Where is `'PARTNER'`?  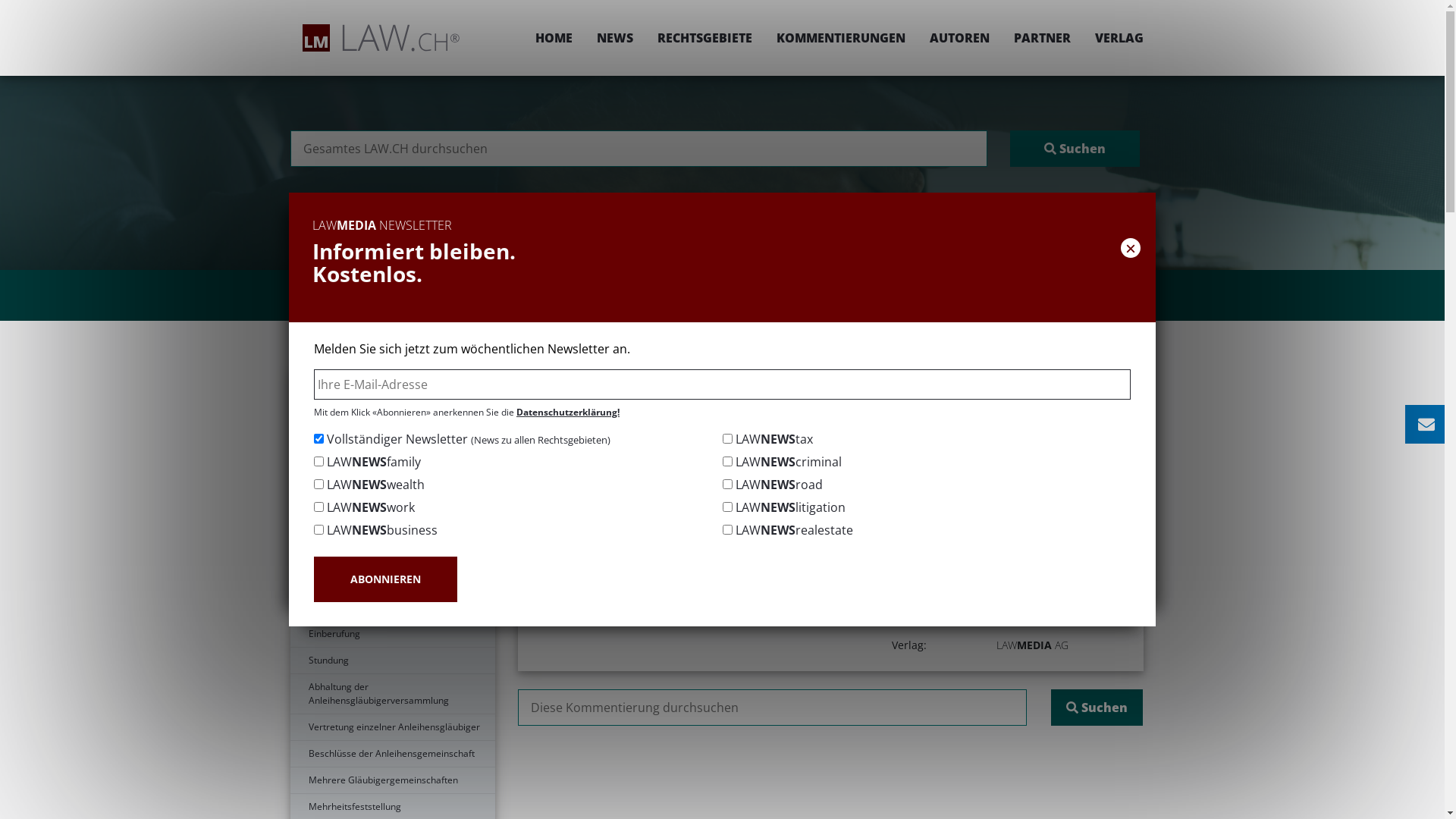
'PARTNER' is located at coordinates (1001, 37).